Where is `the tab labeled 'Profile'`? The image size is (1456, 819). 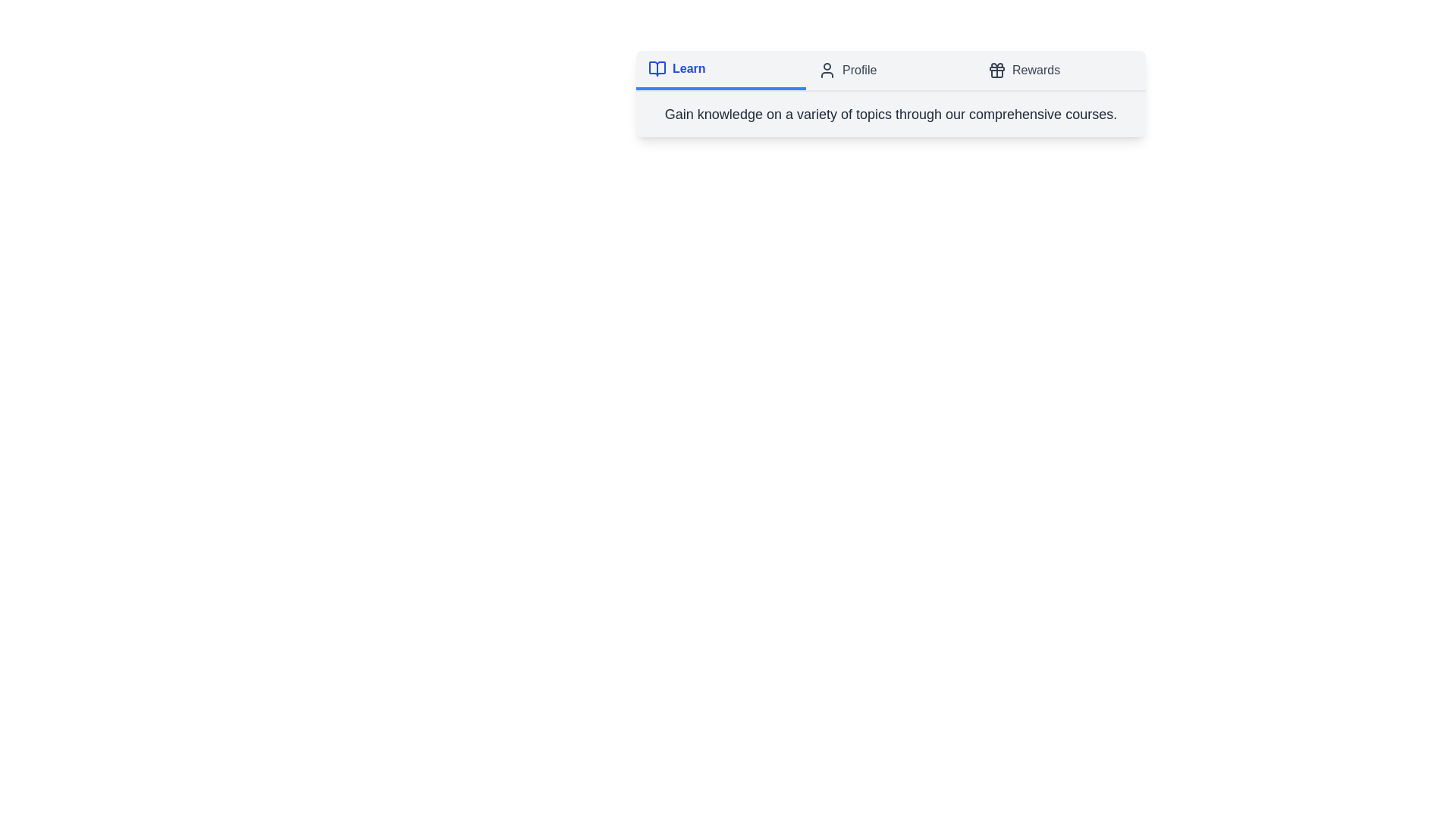
the tab labeled 'Profile' is located at coordinates (891, 70).